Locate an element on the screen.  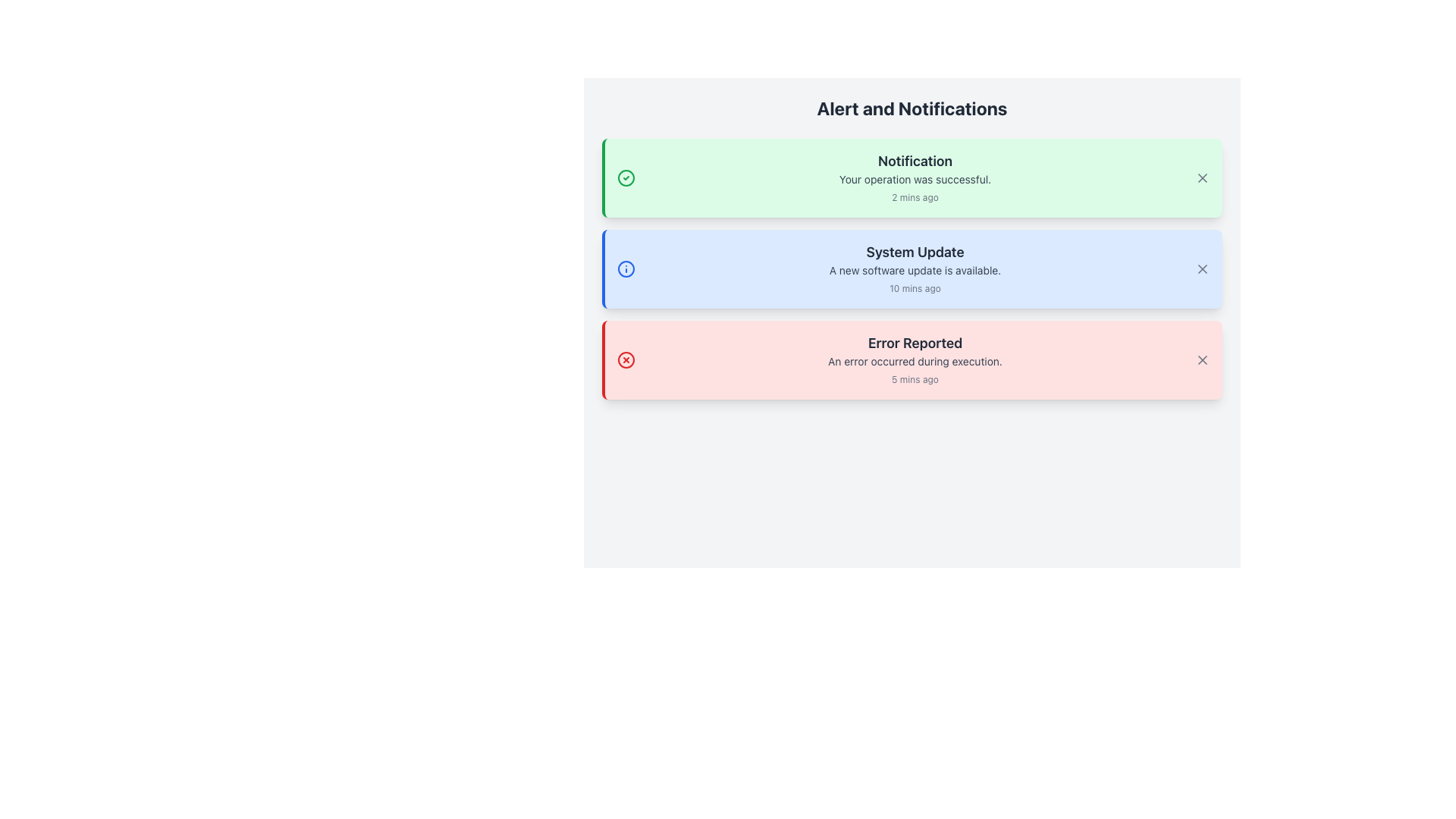
the text label displaying 'Alert and Notifications', which is bold and large, located at the top of the page and centered above the notifications list is located at coordinates (912, 107).